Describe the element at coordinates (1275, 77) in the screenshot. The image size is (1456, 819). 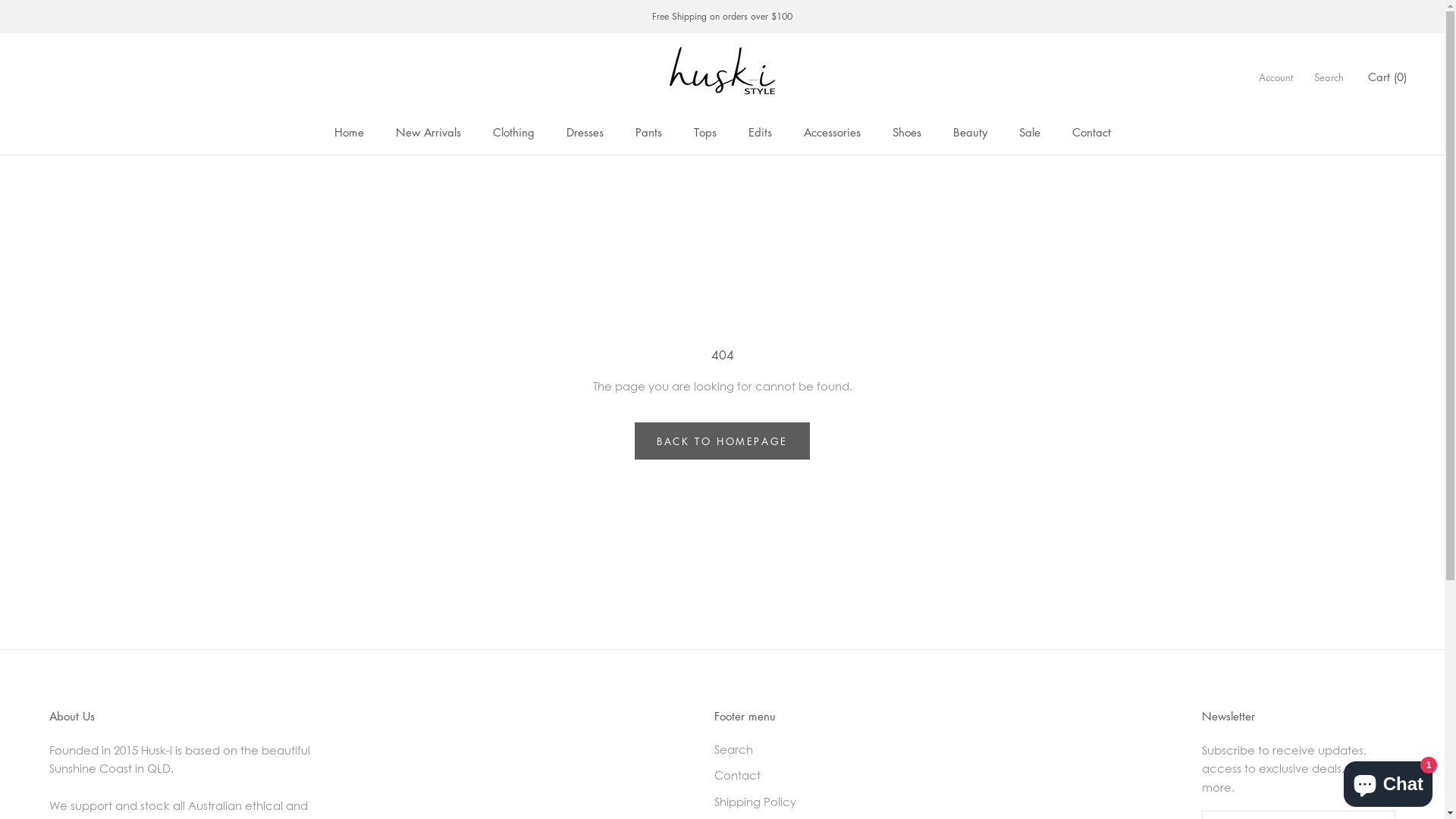
I see `'Account'` at that location.